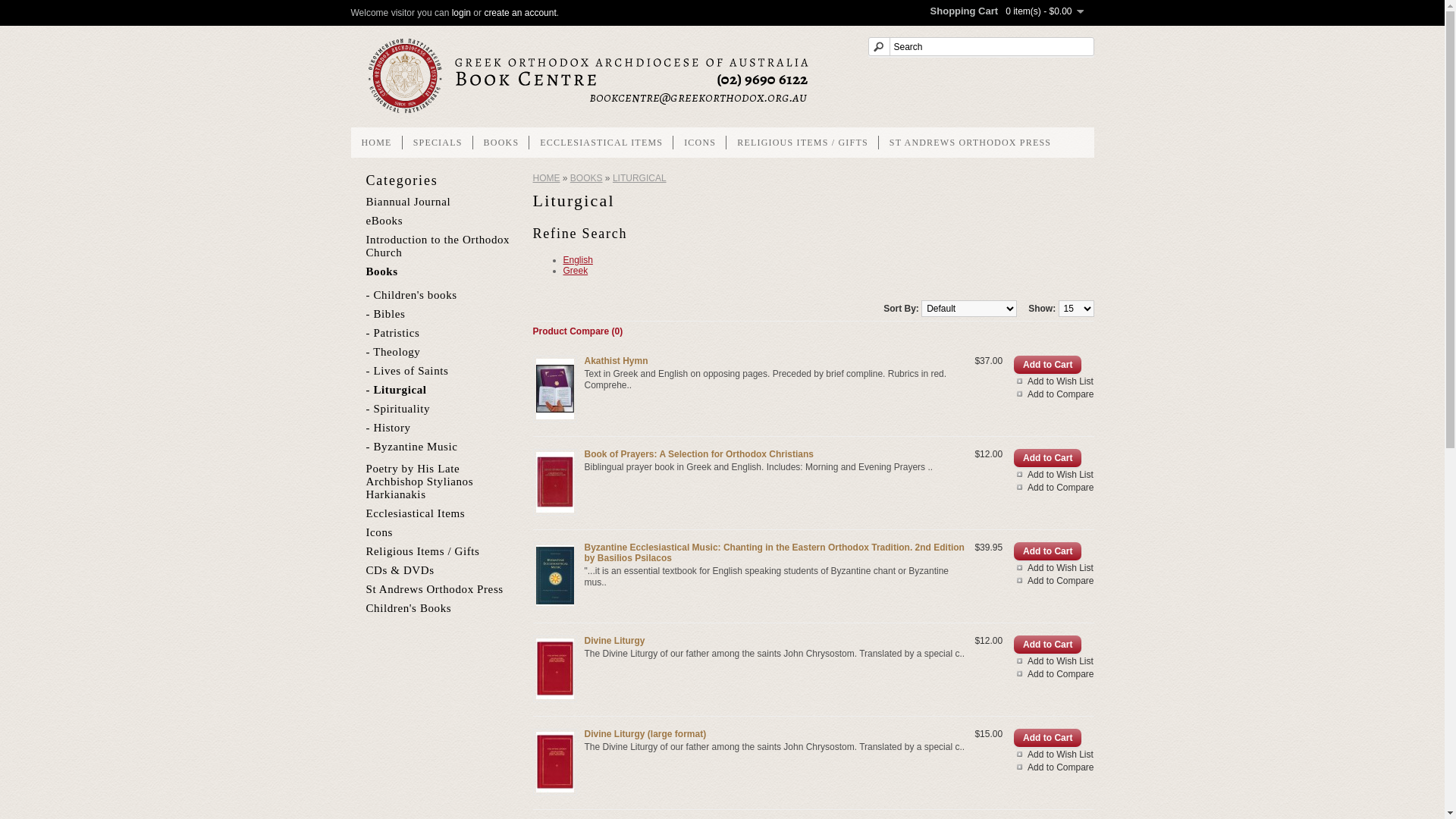  Describe the element at coordinates (802, 143) in the screenshot. I see `'RELIGIOUS ITEMS / GIFTS'` at that location.